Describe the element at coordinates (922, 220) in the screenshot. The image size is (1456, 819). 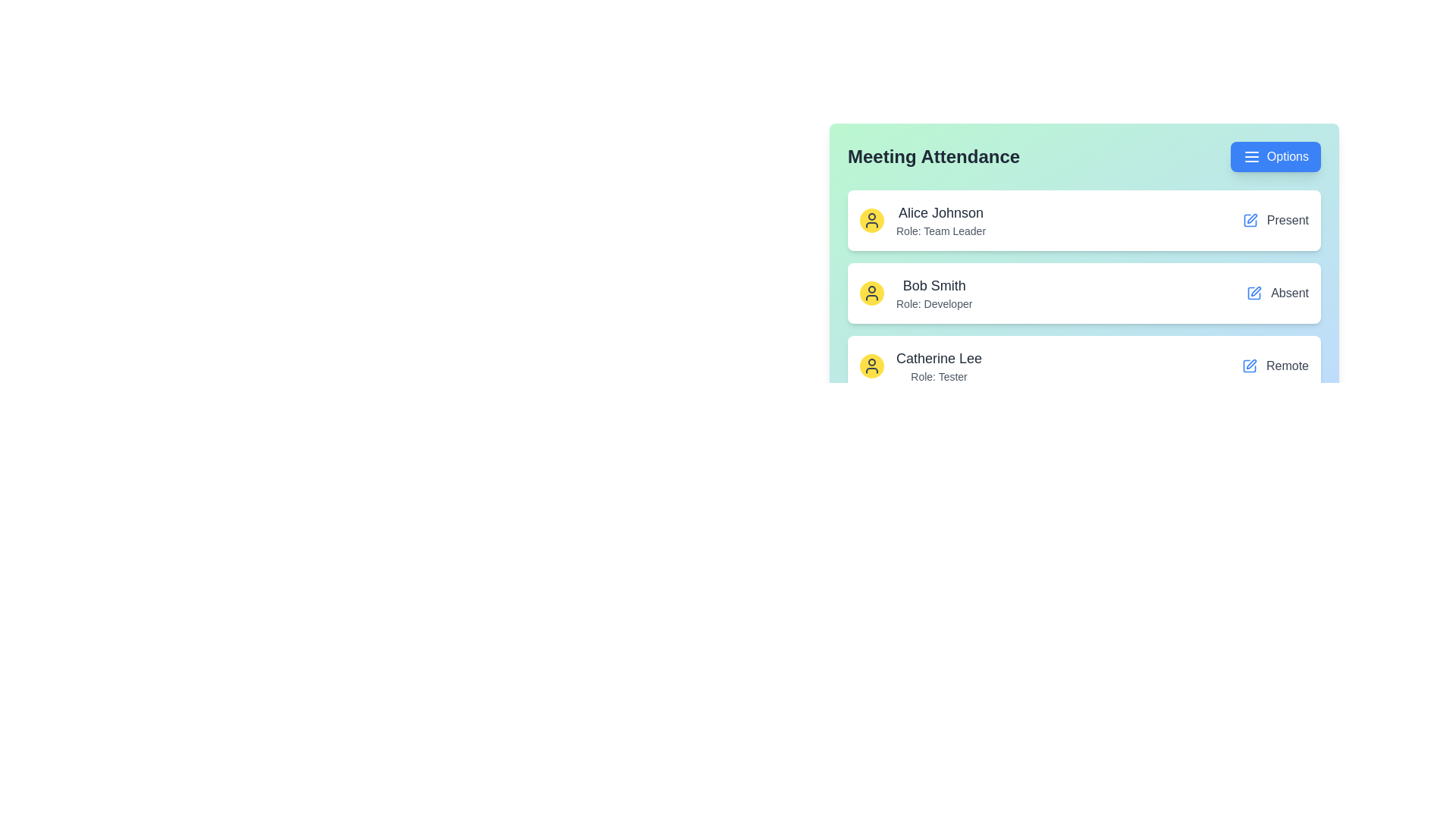
I see `the circular yellow icon containing a user silhouette associated with the name 'Alice Johnson' and the role 'Team Leader'` at that location.